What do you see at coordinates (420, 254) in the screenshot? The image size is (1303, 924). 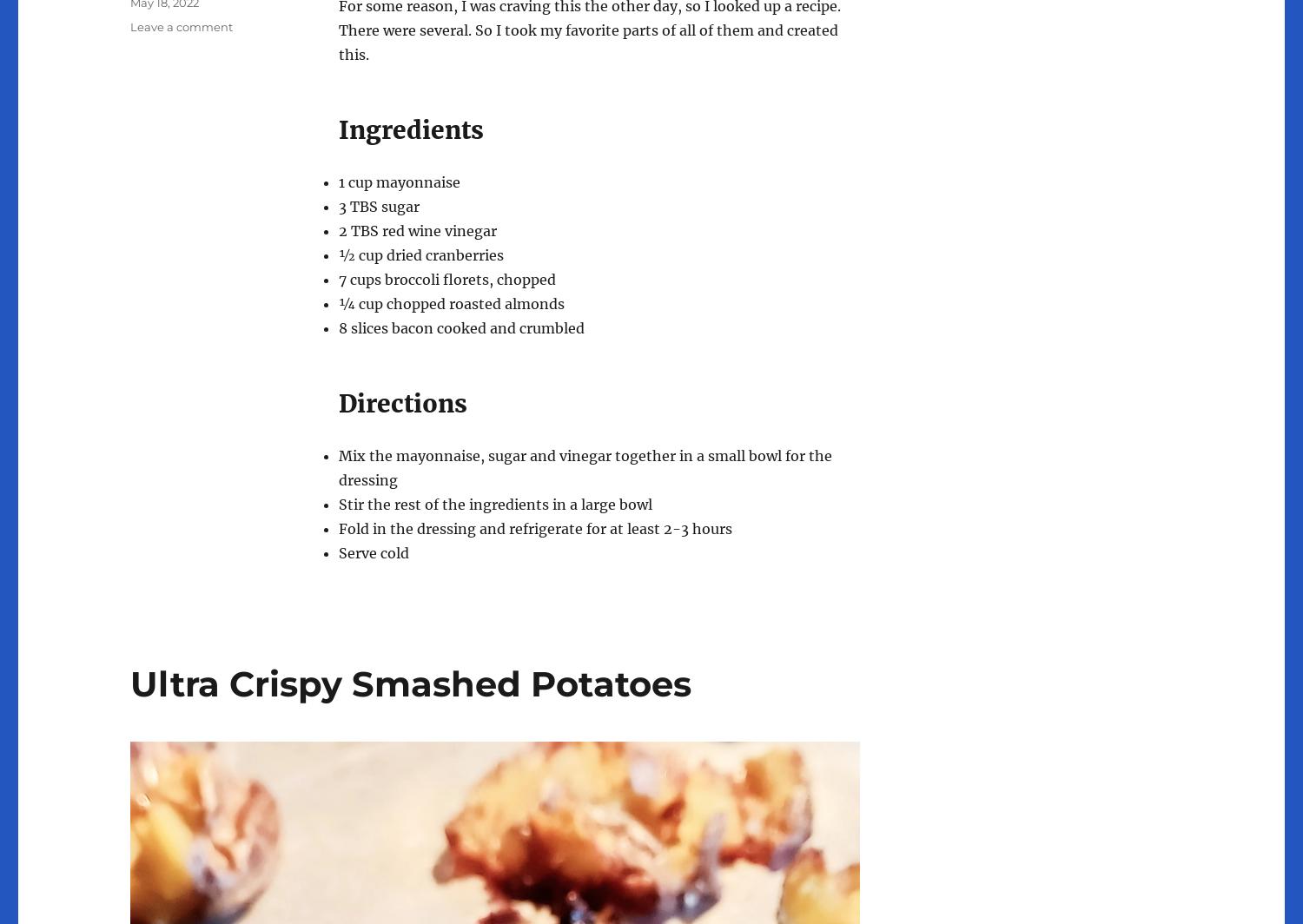 I see `'½ cup dried cranberries'` at bounding box center [420, 254].